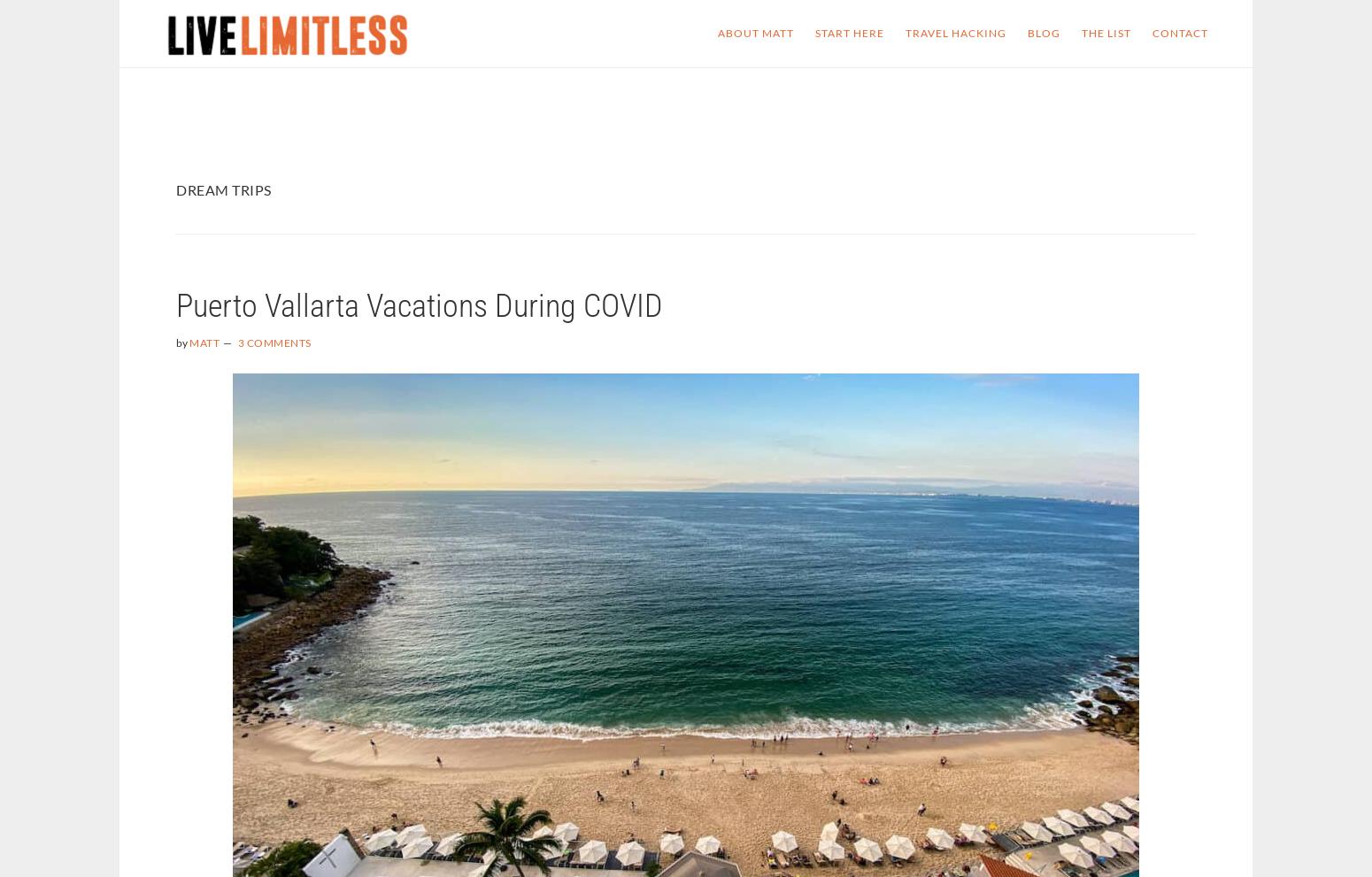  I want to click on 'About Matt', so click(716, 32).